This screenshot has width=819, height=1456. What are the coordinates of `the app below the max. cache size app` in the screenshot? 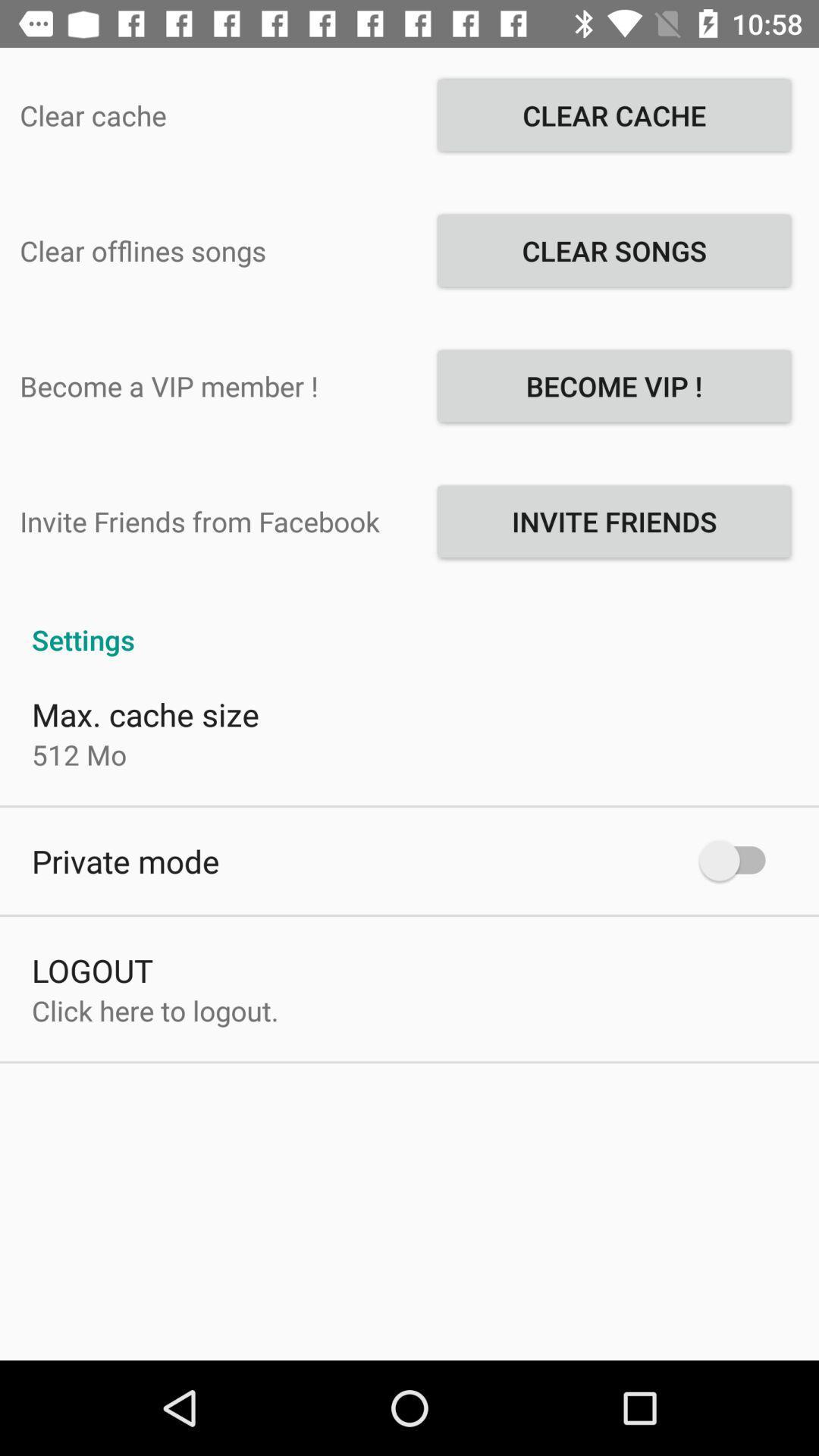 It's located at (79, 755).